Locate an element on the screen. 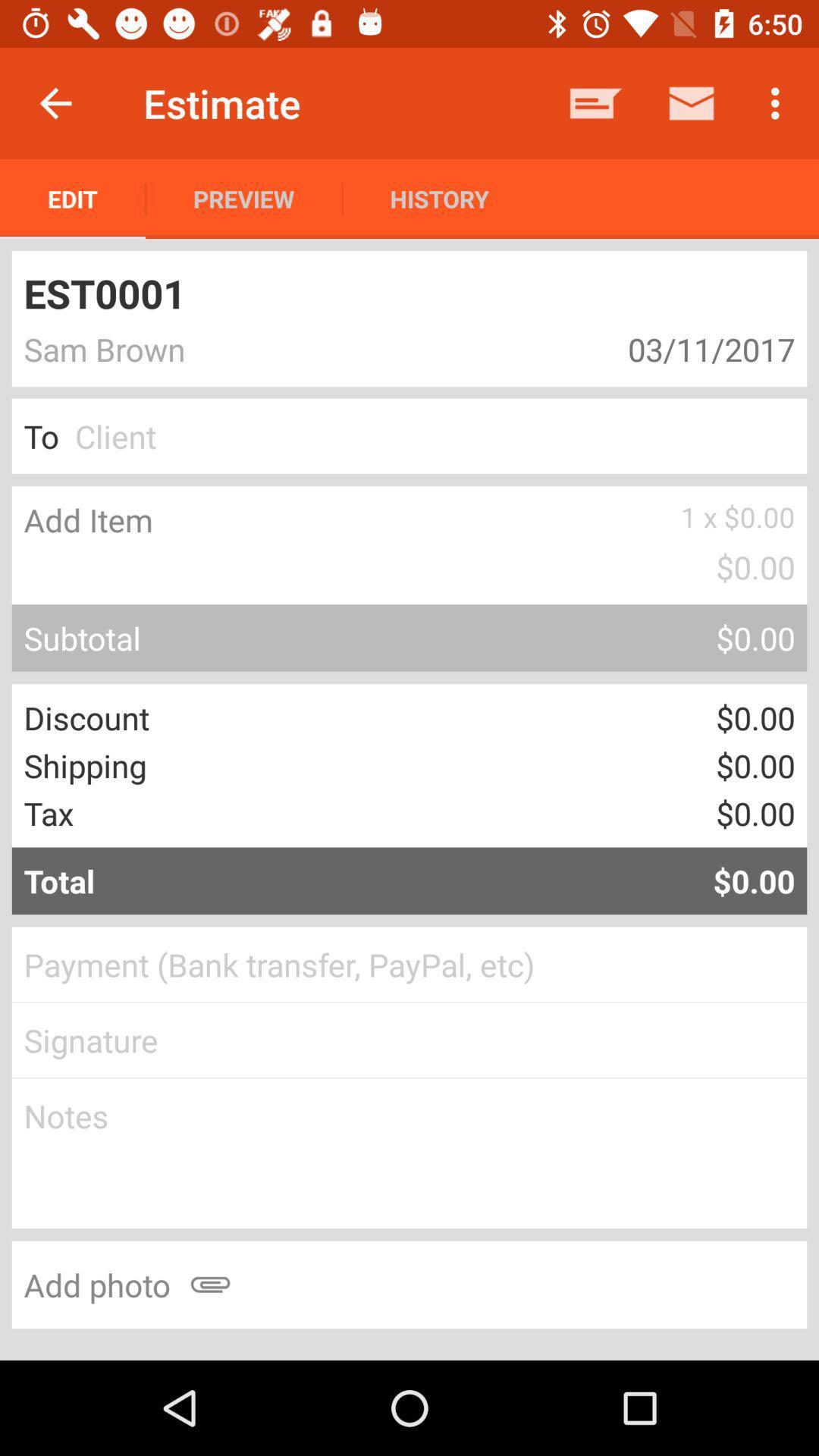  item below the estimate is located at coordinates (243, 198).